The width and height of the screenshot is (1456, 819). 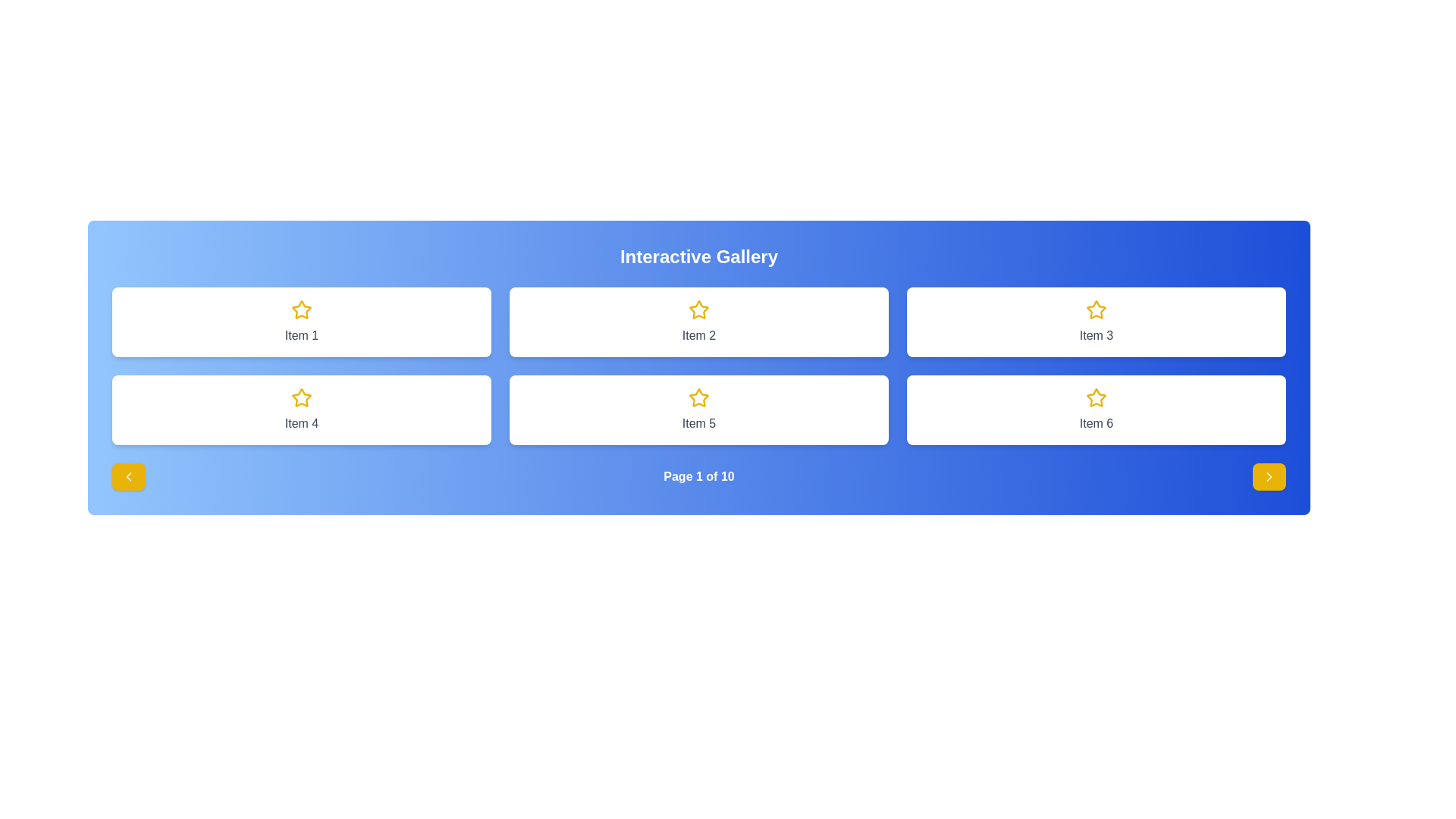 What do you see at coordinates (698, 321) in the screenshot?
I see `the white rectangular card with rounded corners that contains a yellow star icon and the text 'Item 2' in gray, located in the first row, second column of the grid layout` at bounding box center [698, 321].